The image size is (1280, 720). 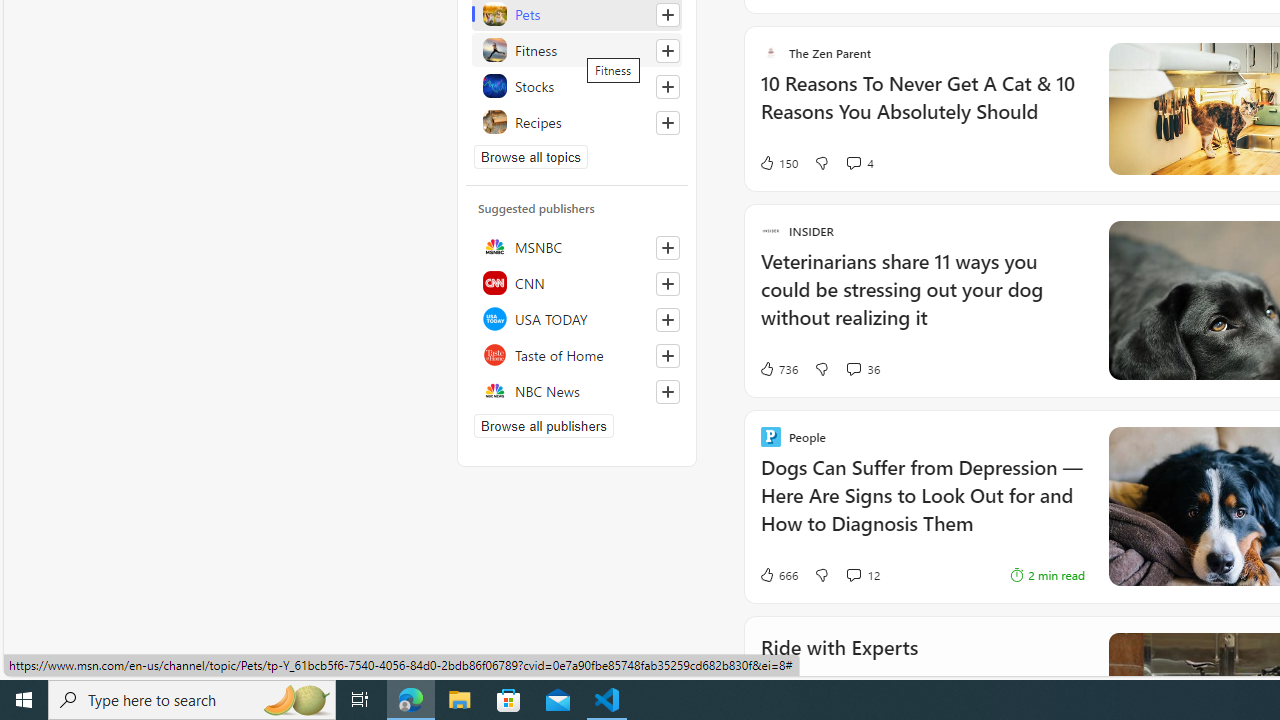 What do you see at coordinates (576, 122) in the screenshot?
I see `'Recipes'` at bounding box center [576, 122].